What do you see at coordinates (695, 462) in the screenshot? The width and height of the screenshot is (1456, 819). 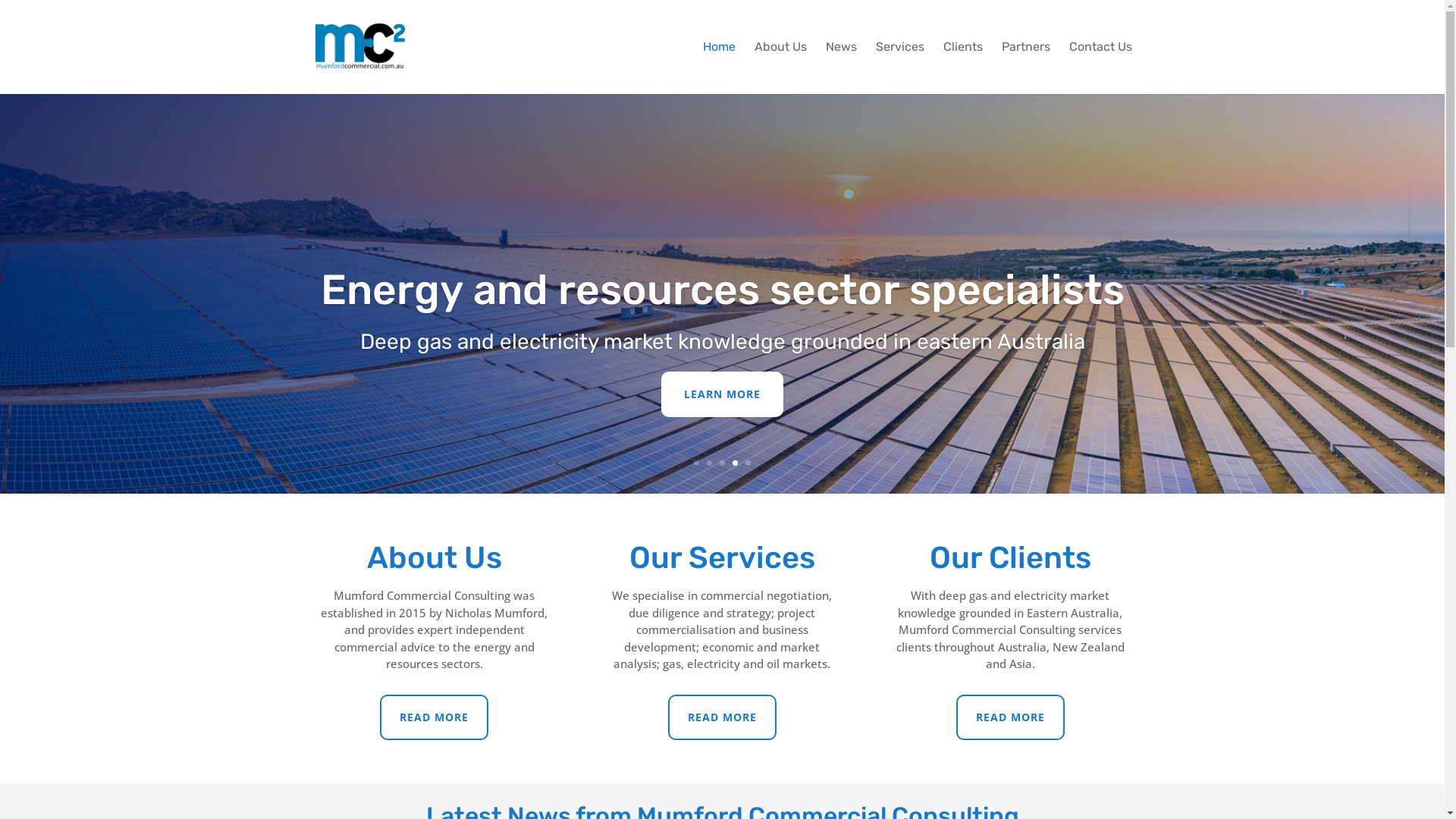 I see `'1'` at bounding box center [695, 462].